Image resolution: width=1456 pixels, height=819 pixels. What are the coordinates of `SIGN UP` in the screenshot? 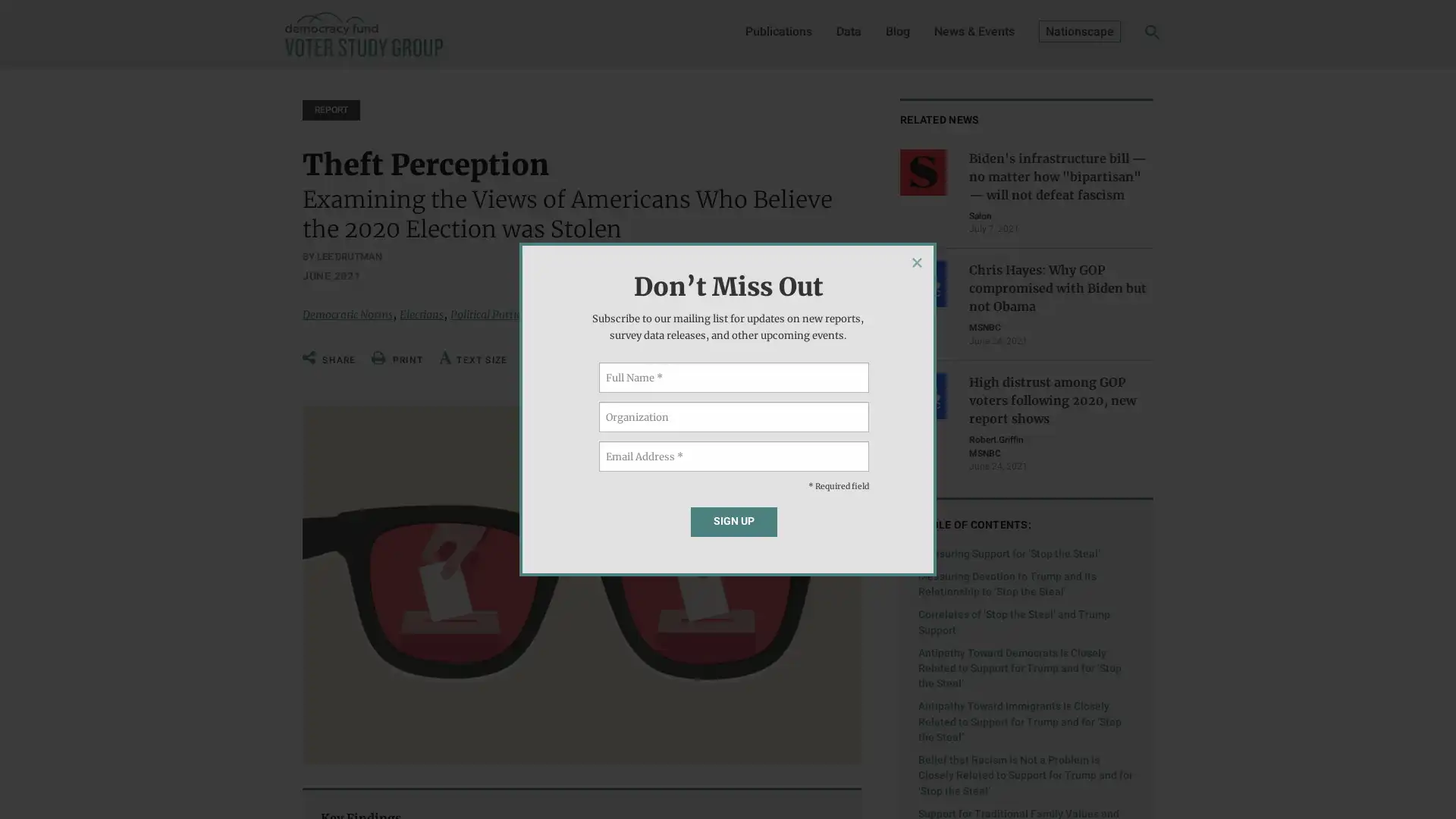 It's located at (733, 520).